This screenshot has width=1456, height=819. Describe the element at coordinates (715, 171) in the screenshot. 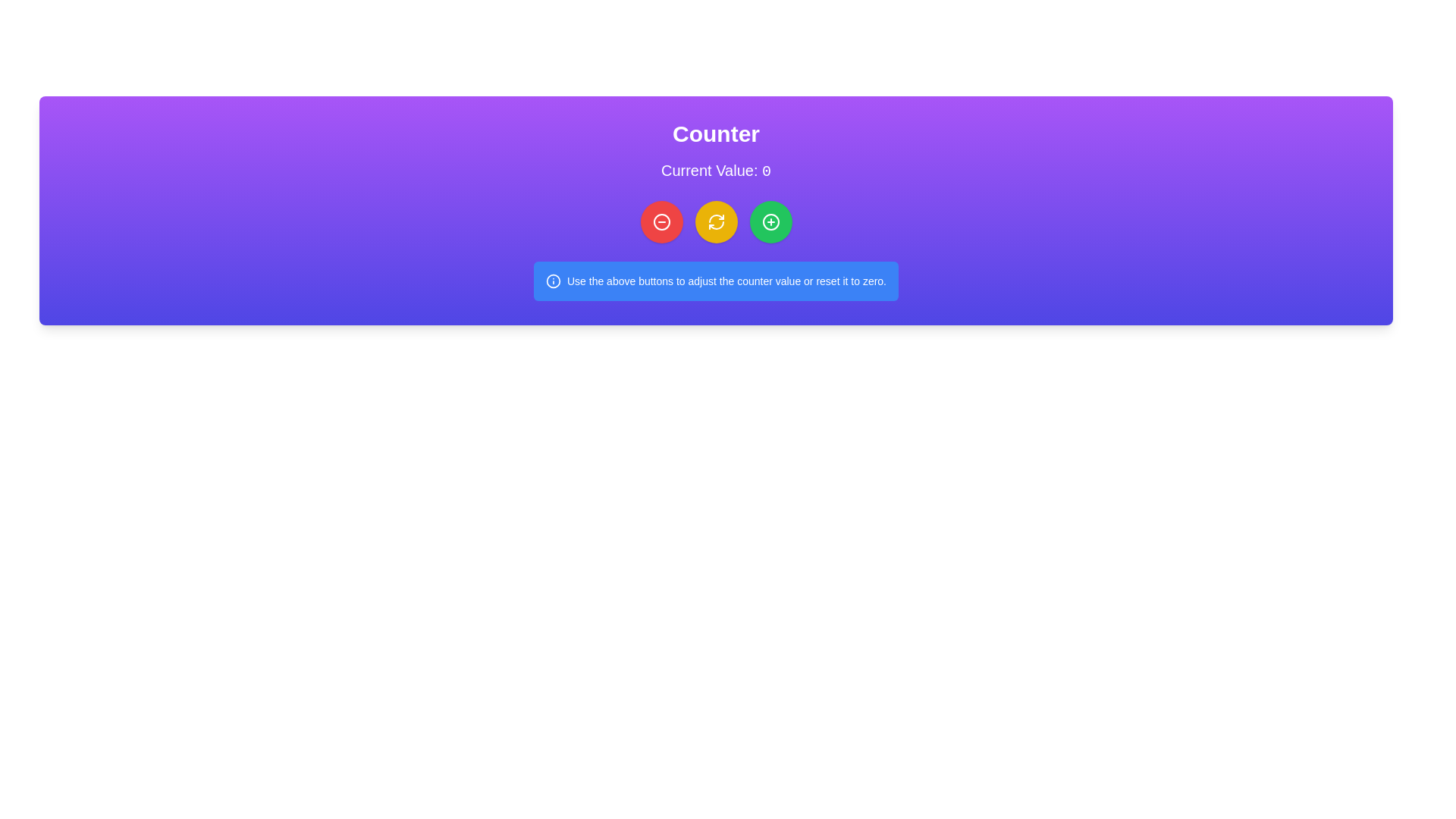

I see `the Text label that displays the current numerical value of the counter, located beneath the title 'Counter' and above a row of three circular buttons` at that location.